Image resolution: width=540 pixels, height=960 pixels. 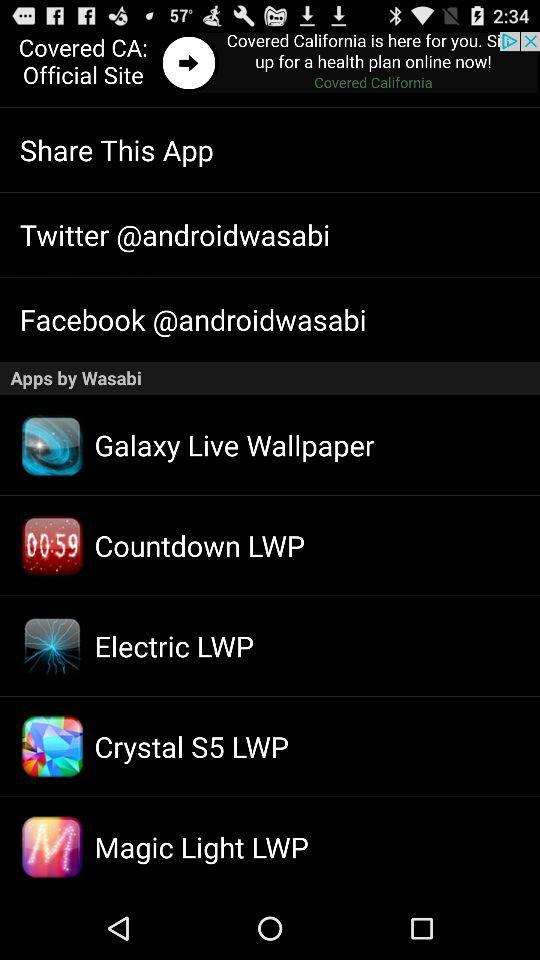 What do you see at coordinates (270, 64) in the screenshot?
I see `advertisement` at bounding box center [270, 64].